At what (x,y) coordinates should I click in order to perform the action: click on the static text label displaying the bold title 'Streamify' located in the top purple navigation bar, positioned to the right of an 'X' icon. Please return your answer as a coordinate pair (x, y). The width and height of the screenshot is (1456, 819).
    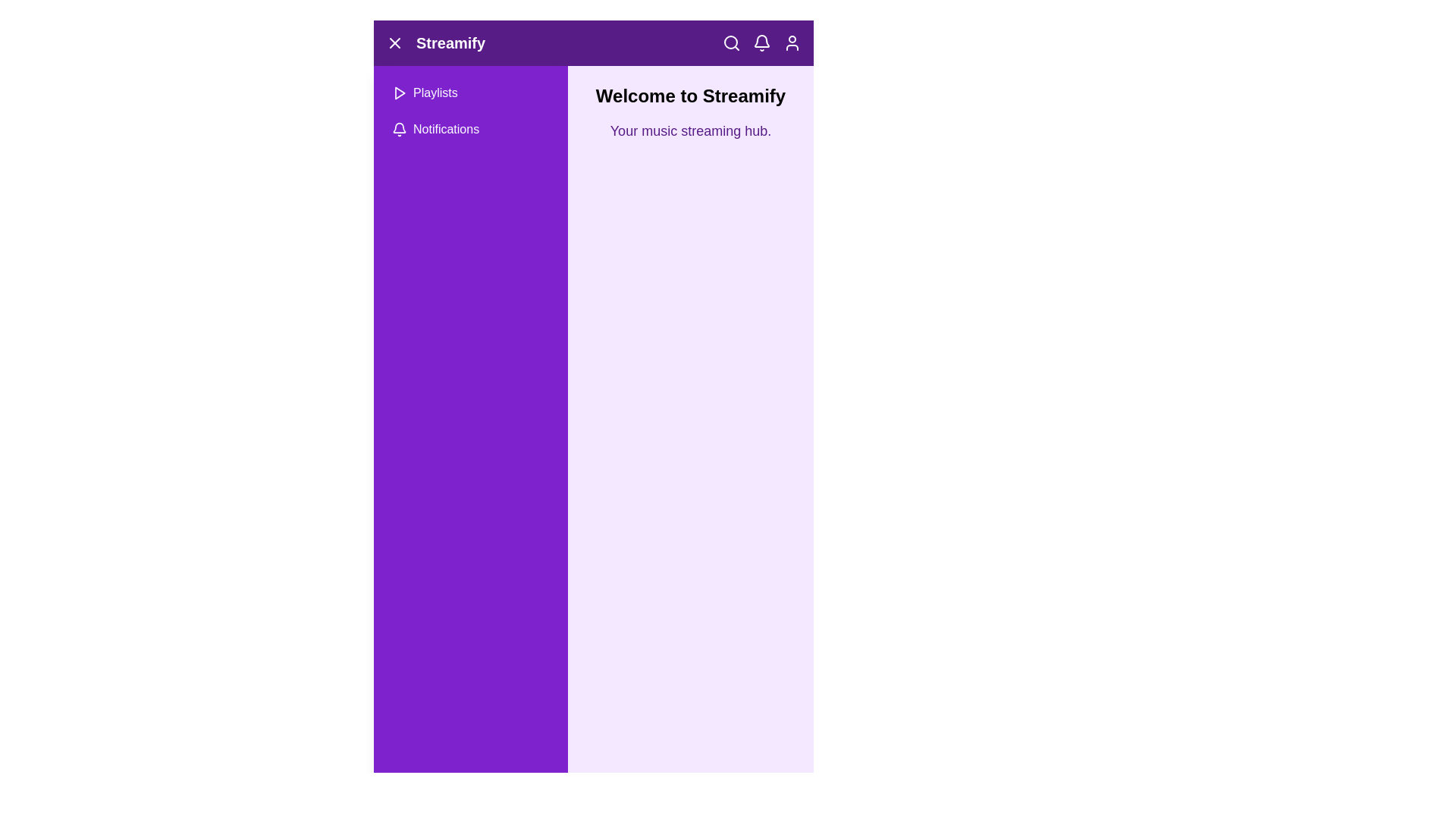
    Looking at the image, I should click on (450, 42).